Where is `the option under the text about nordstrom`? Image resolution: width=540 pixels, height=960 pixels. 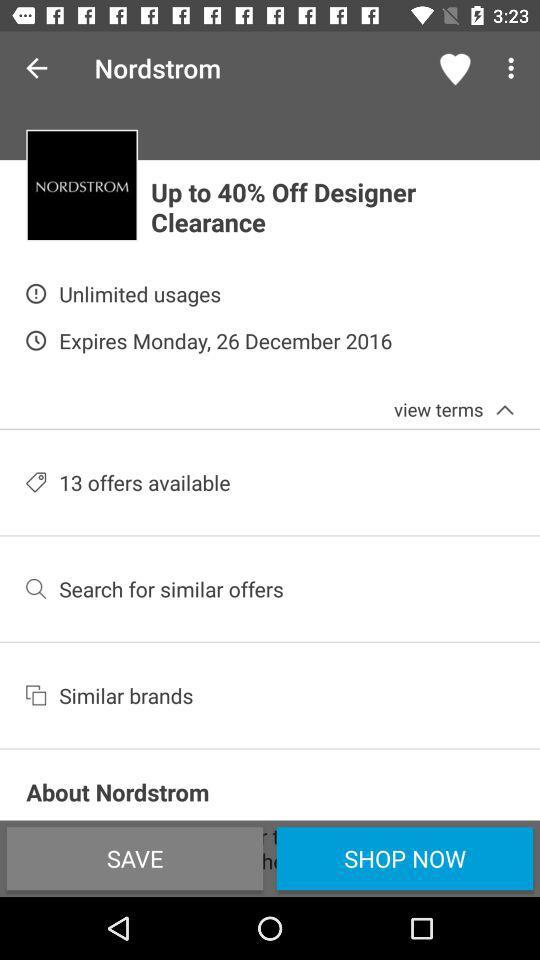 the option under the text about nordstrom is located at coordinates (135, 857).